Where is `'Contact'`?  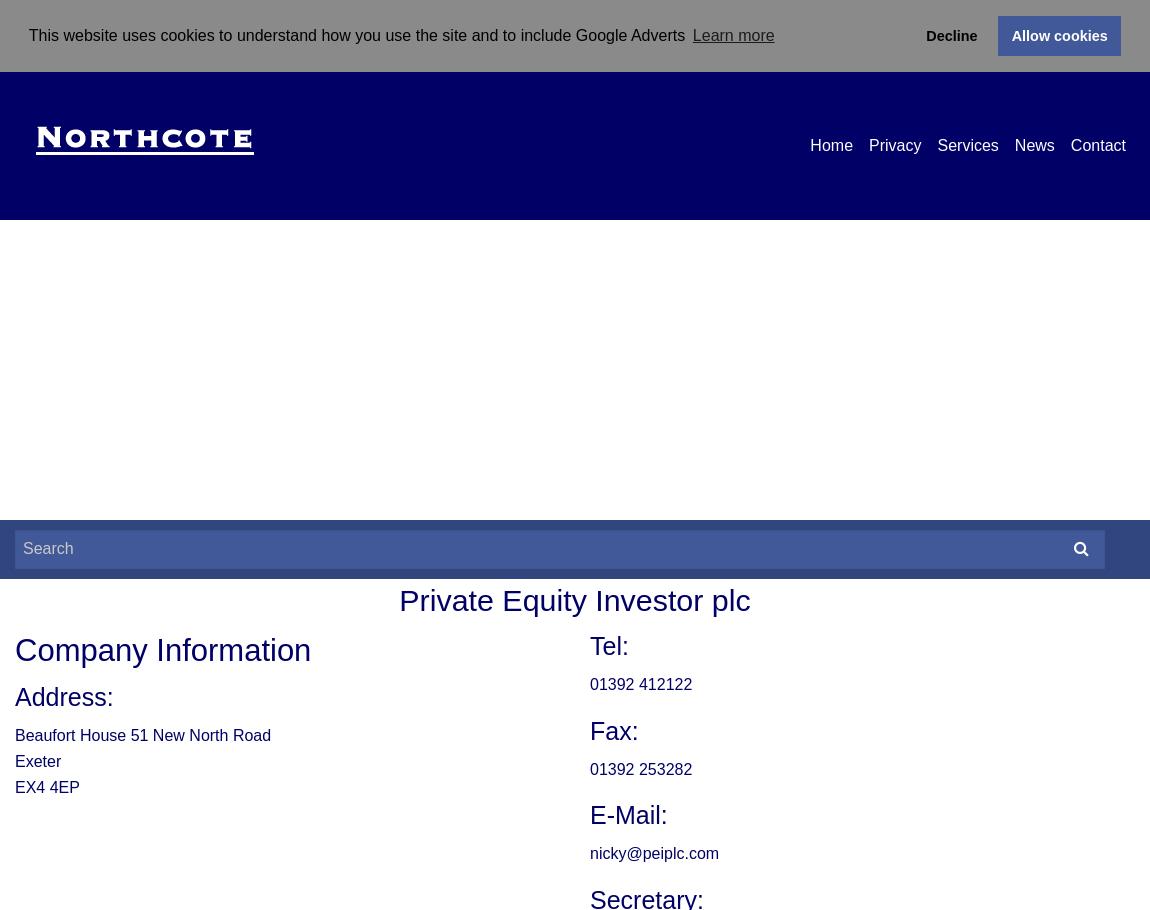
'Contact' is located at coordinates (1069, 143).